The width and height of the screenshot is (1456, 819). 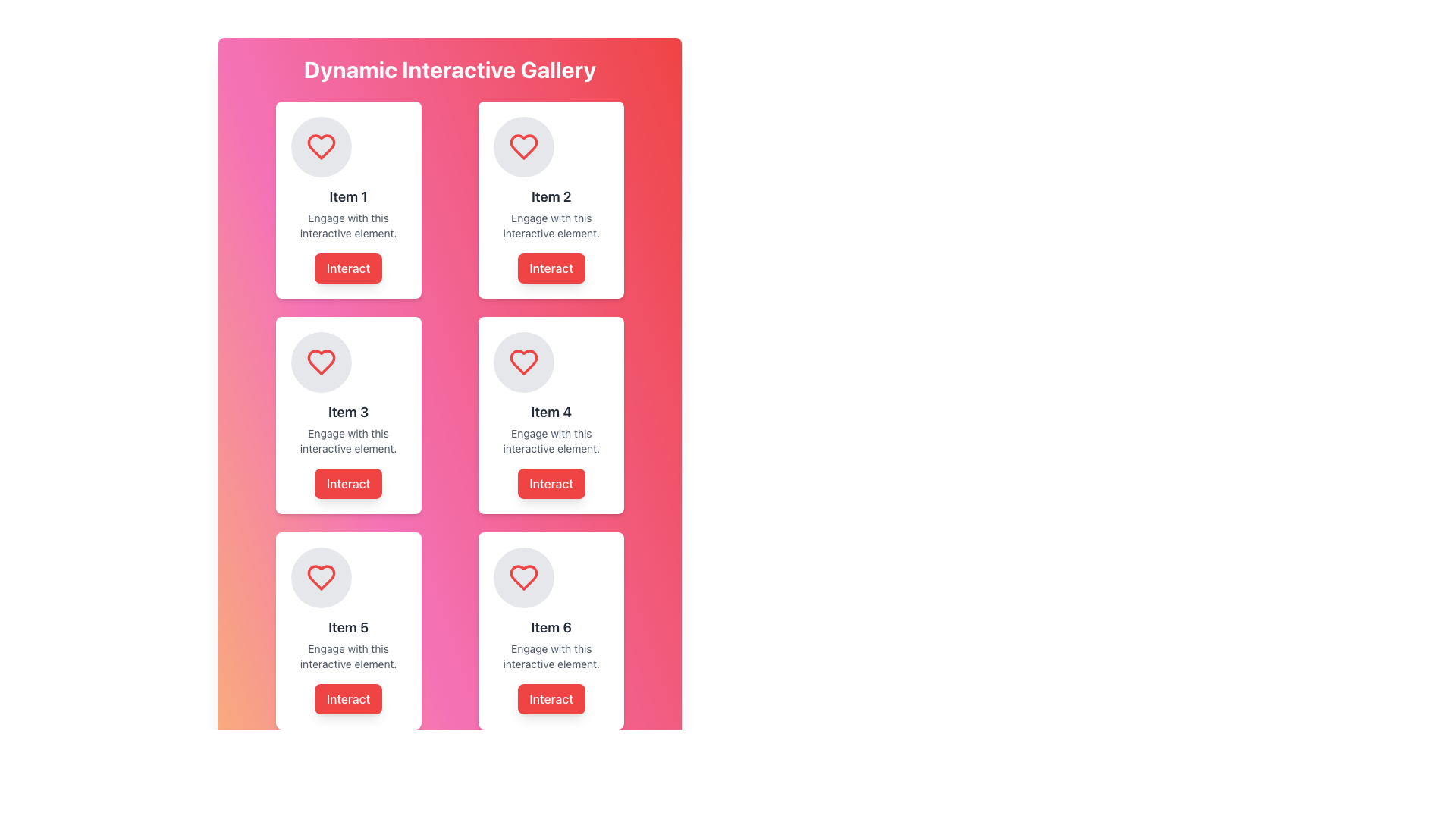 What do you see at coordinates (320, 362) in the screenshot?
I see `the heart icon representing a 'like' symbol located in the third card titled 'Item 3' in the left column of the grid layout` at bounding box center [320, 362].